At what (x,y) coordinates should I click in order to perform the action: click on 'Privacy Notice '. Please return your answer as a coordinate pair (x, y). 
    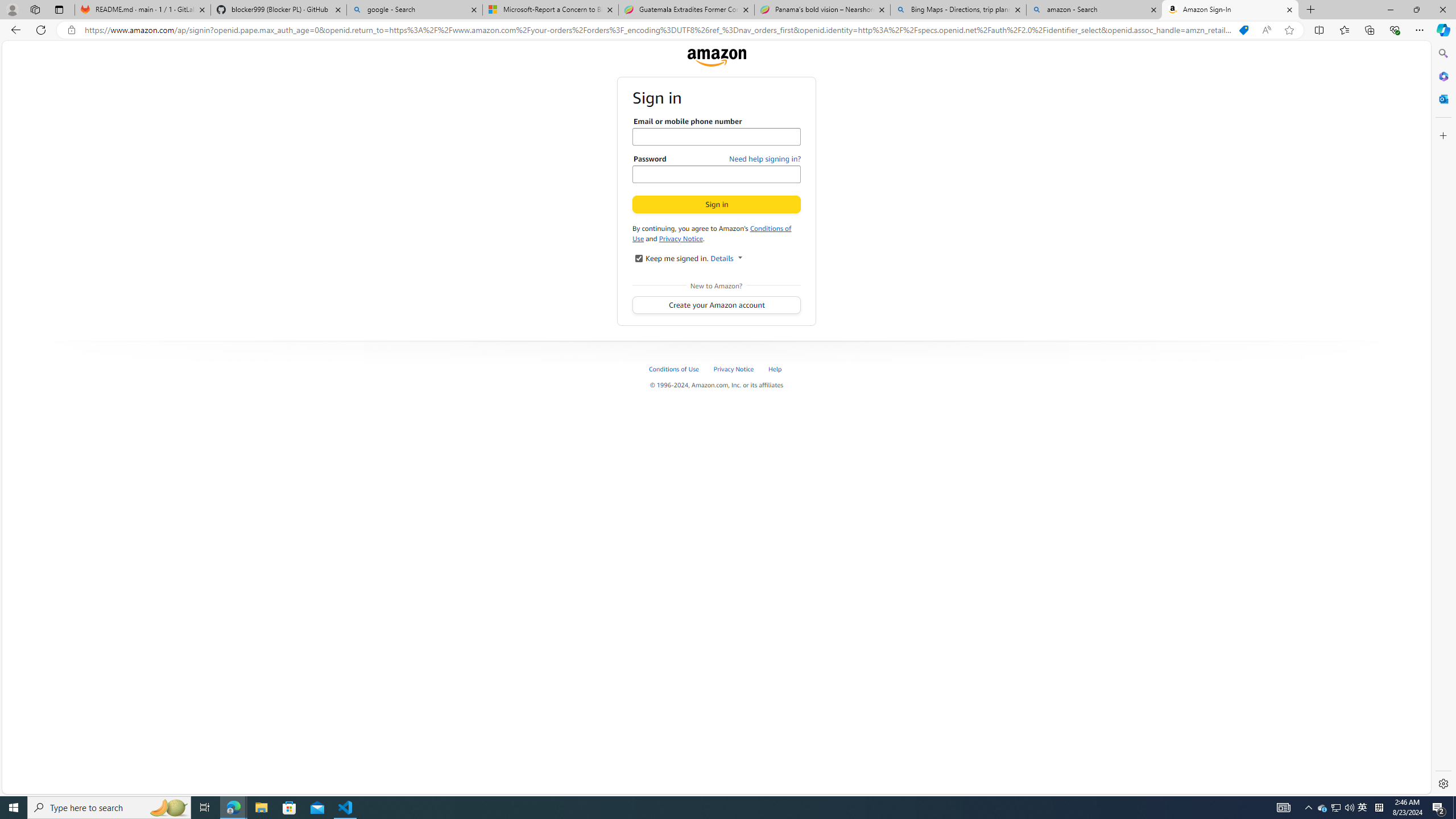
    Looking at the image, I should click on (734, 368).